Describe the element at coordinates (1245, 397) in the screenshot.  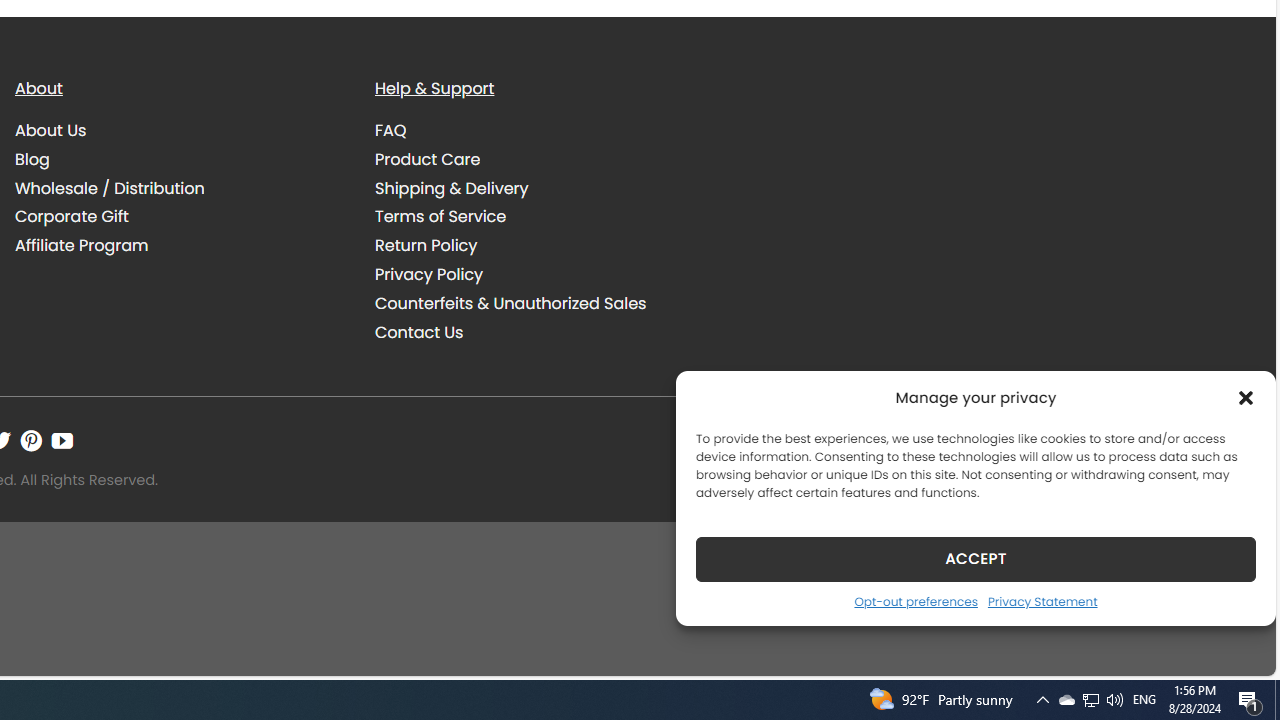
I see `'Class: cmplz-close'` at that location.